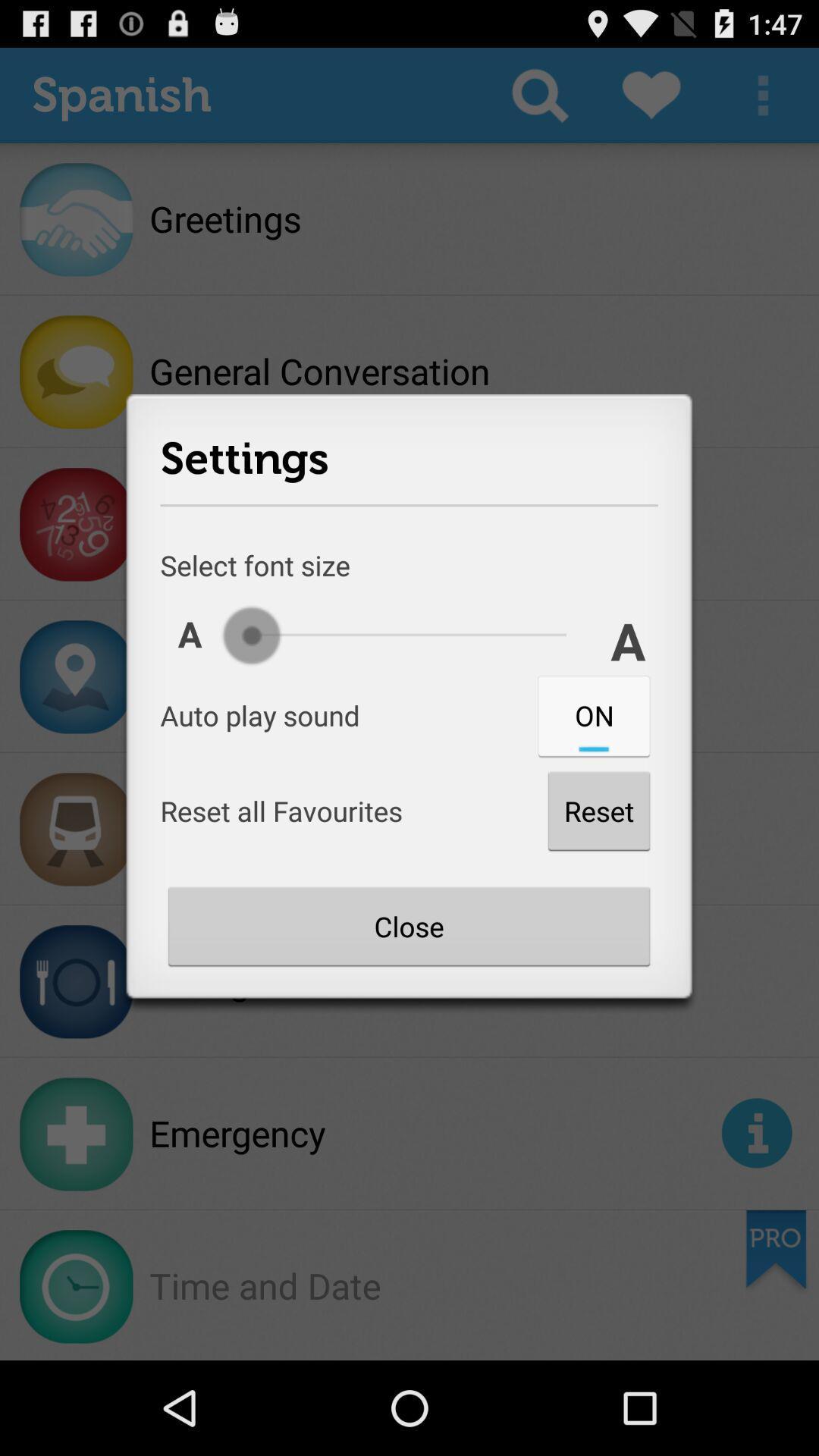 This screenshot has height=1456, width=819. I want to click on on, so click(593, 714).